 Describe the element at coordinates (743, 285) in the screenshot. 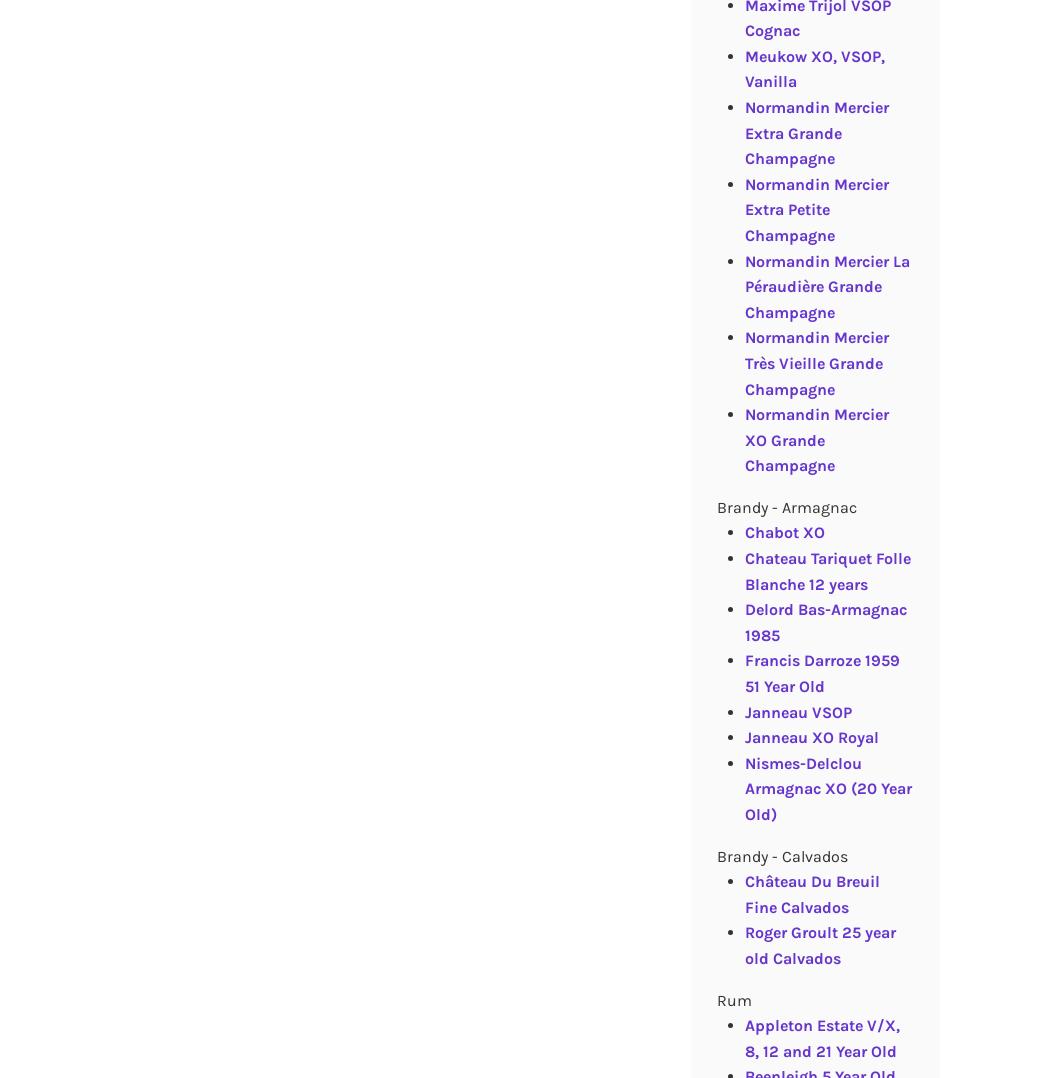

I see `'Normandin Mercier La Péraudière Grande Champagne'` at that location.